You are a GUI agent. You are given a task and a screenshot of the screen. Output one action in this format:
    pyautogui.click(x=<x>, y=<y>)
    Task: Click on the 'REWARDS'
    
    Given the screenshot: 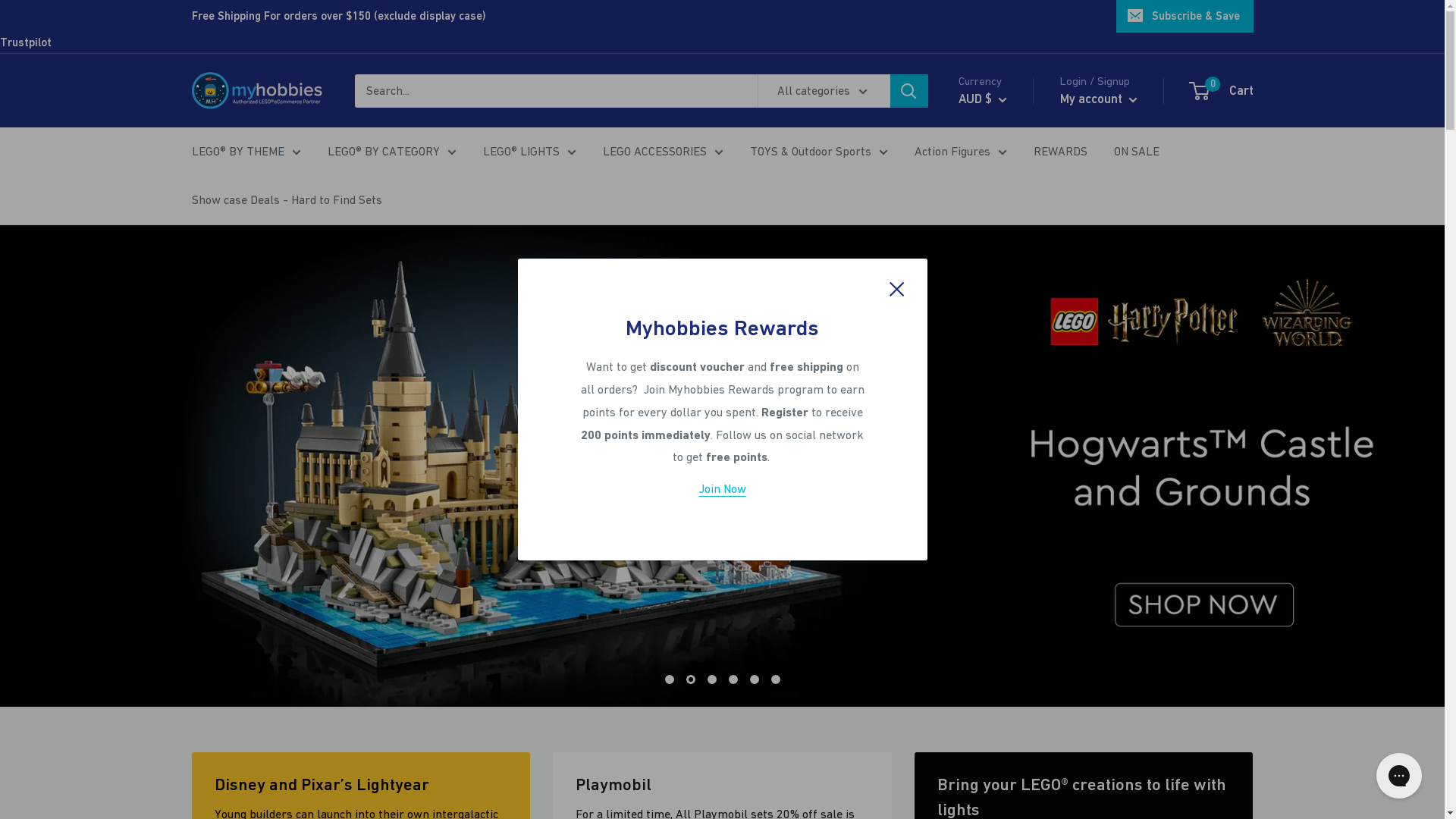 What is the action you would take?
    pyautogui.click(x=1059, y=152)
    